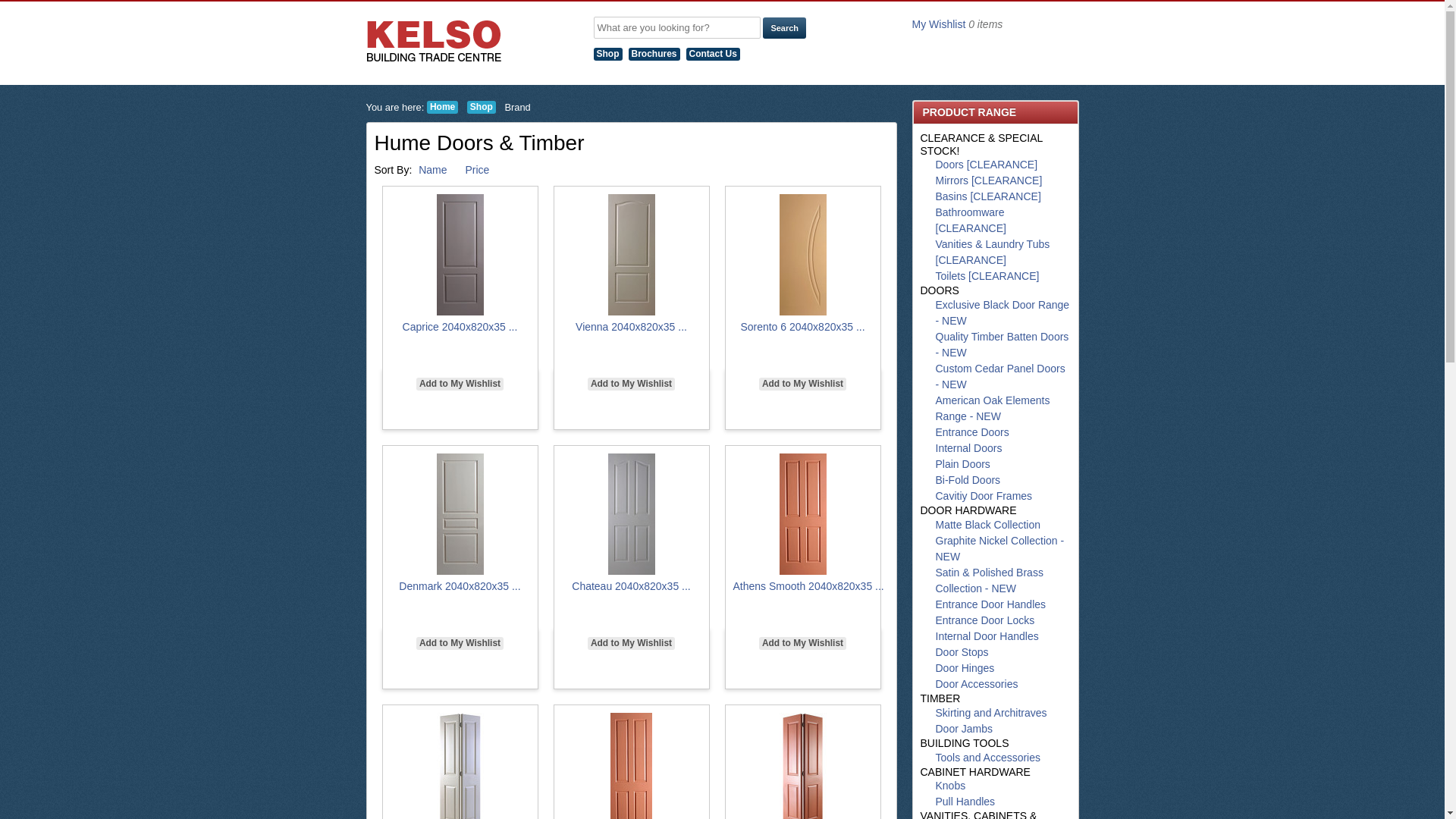  I want to click on 'Entrance Door Handles', so click(990, 604).